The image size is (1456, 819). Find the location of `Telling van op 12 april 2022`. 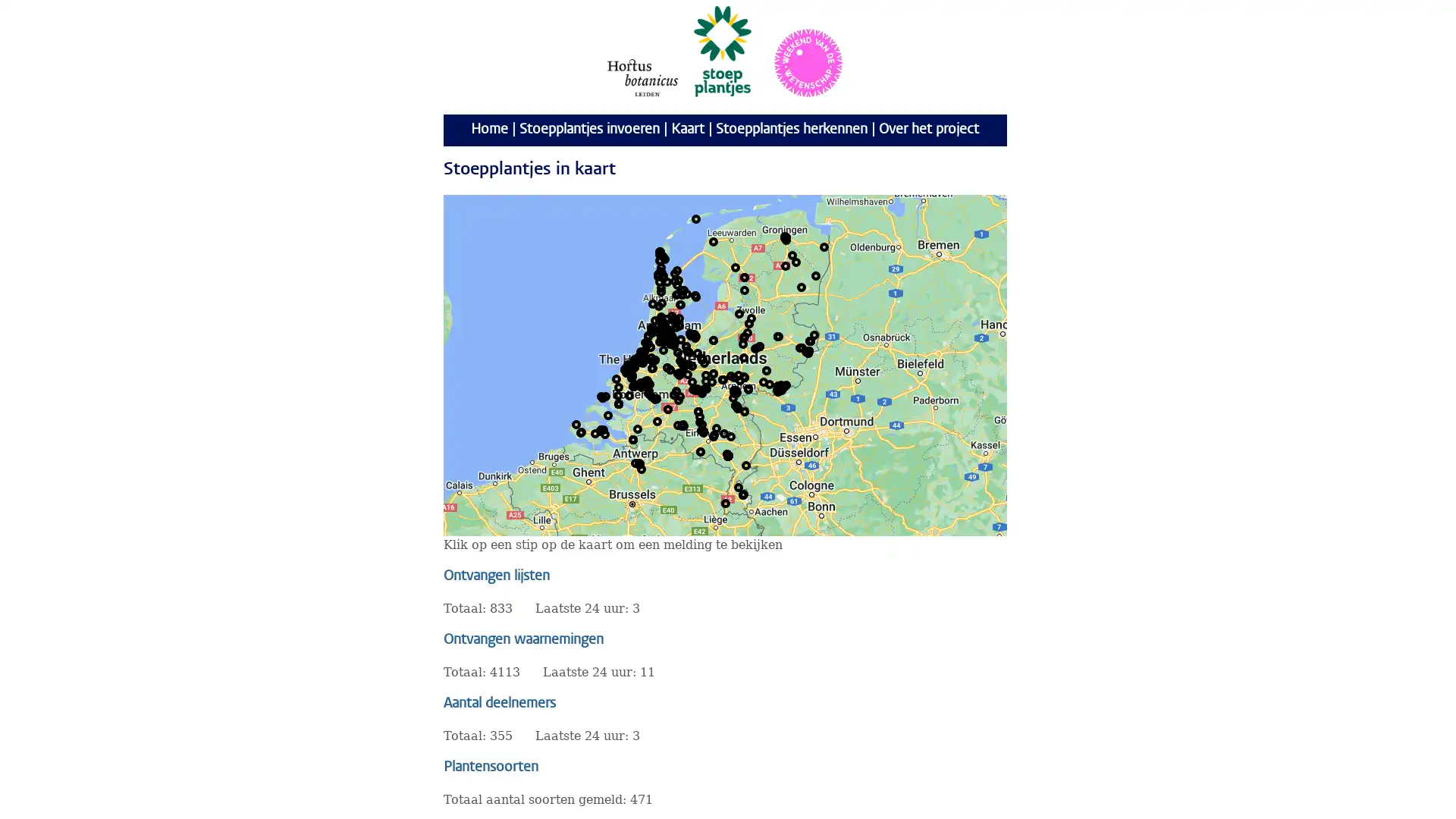

Telling van op 12 april 2022 is located at coordinates (629, 368).